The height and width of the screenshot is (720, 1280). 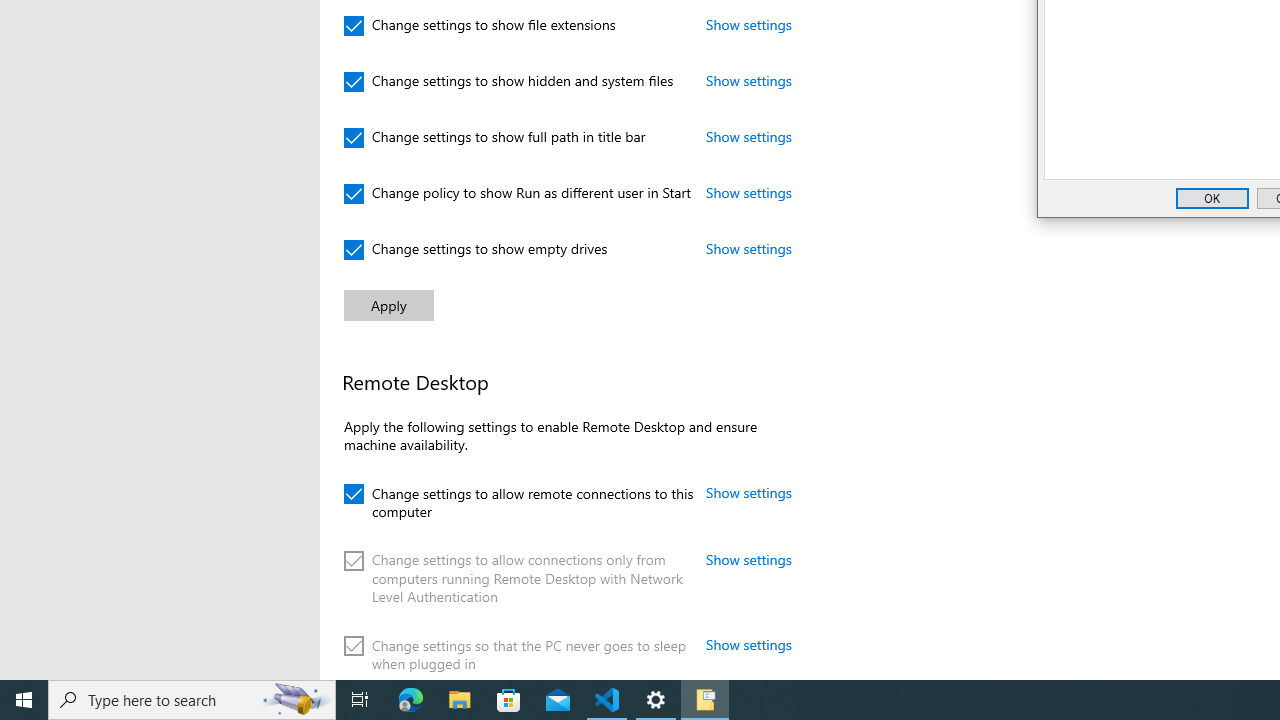 What do you see at coordinates (294, 698) in the screenshot?
I see `'Search highlights icon opens search home window'` at bounding box center [294, 698].